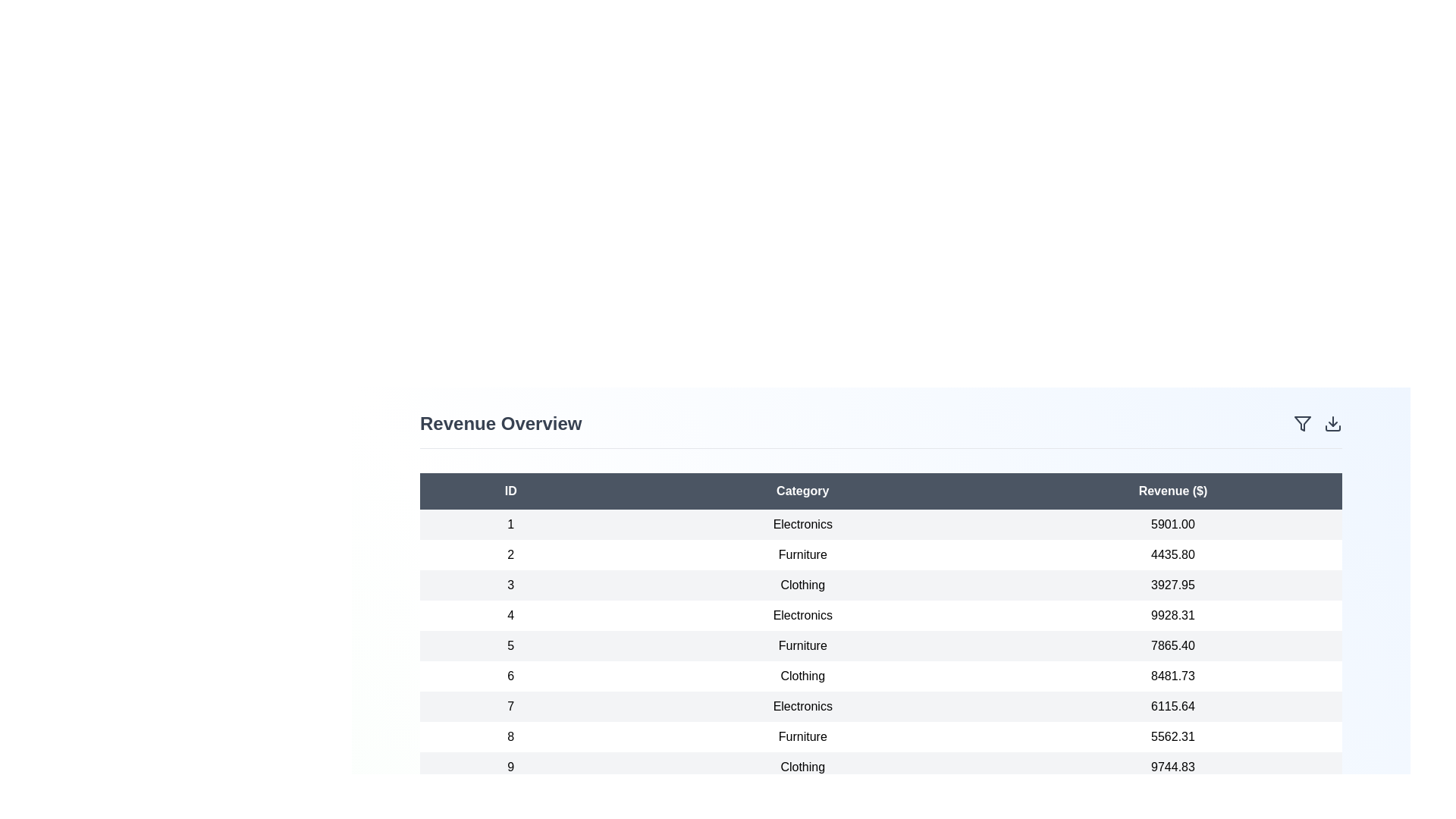  Describe the element at coordinates (510, 491) in the screenshot. I see `the table header 'ID' to sort the data` at that location.